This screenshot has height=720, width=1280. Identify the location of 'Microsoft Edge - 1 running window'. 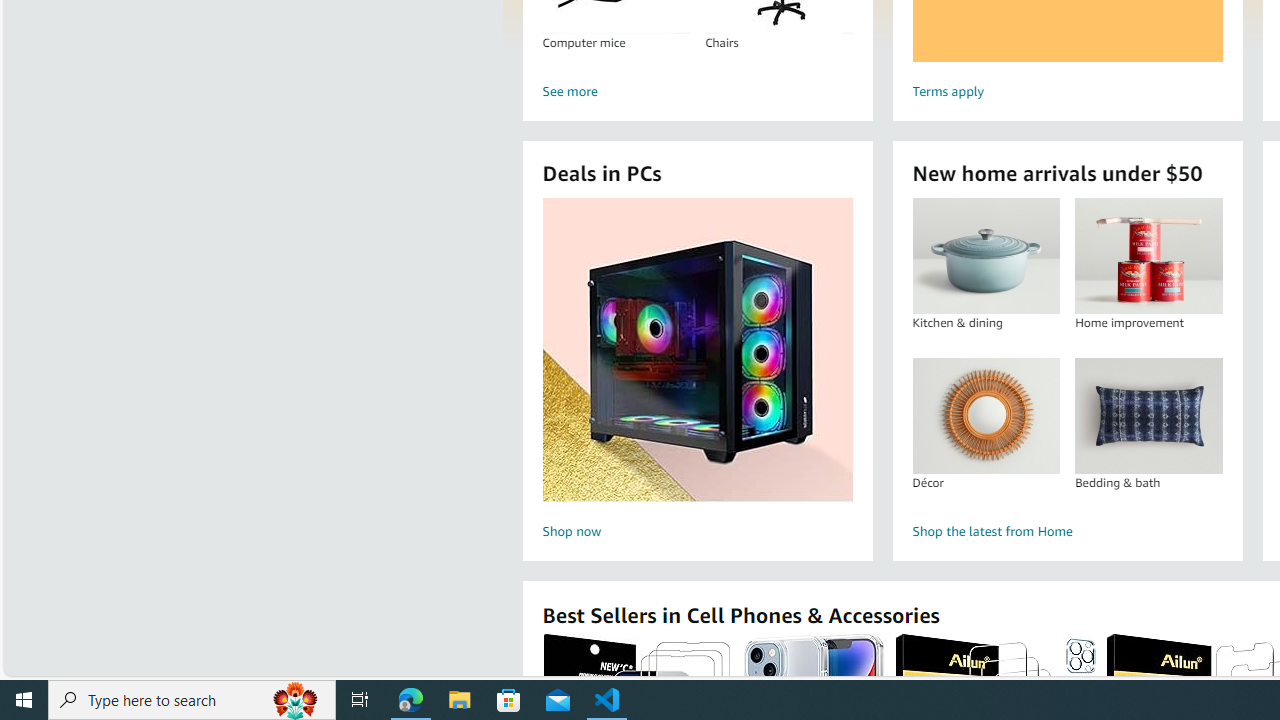
(410, 698).